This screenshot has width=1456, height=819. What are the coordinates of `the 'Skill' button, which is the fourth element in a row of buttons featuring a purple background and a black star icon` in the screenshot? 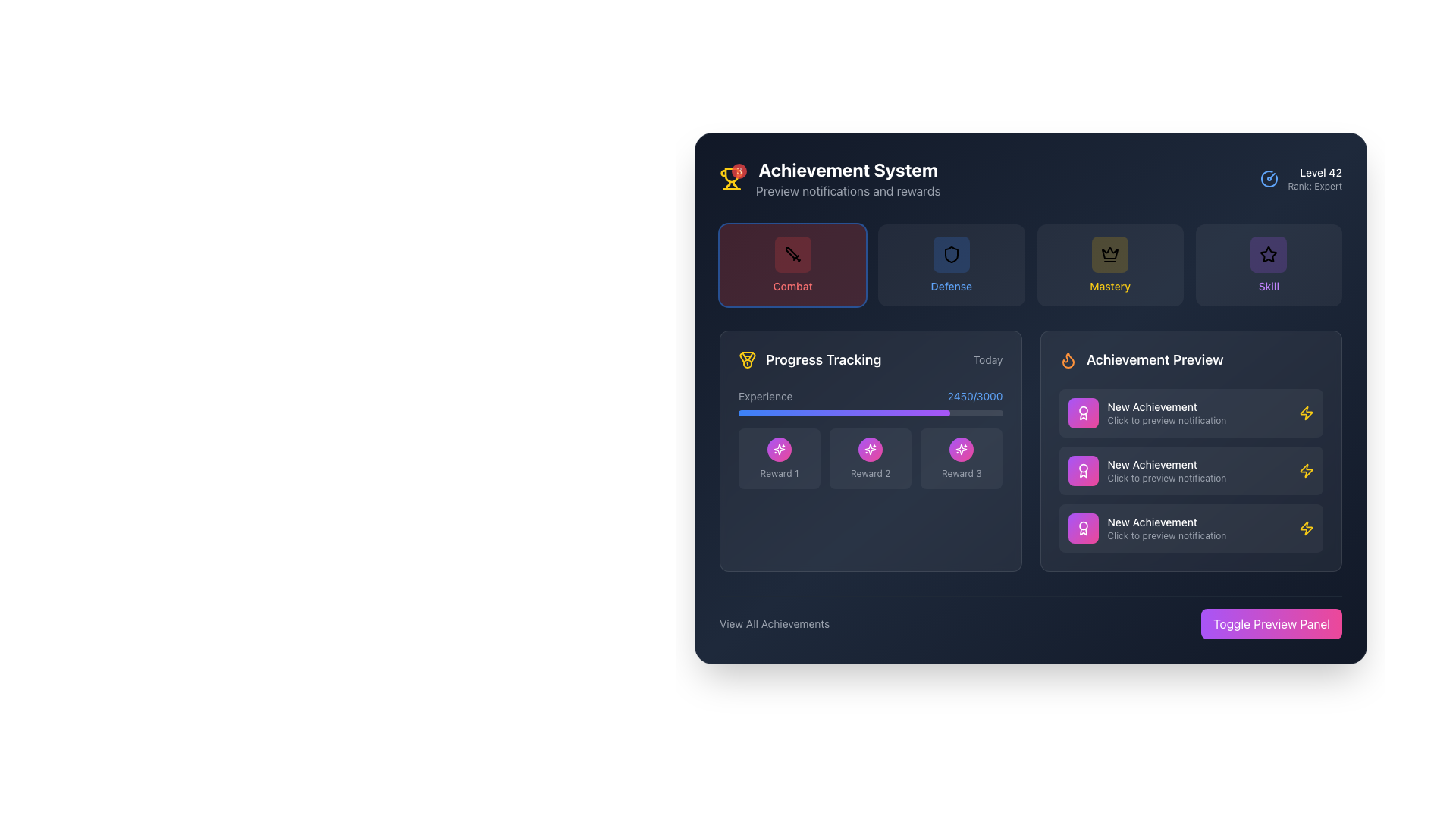 It's located at (1269, 265).